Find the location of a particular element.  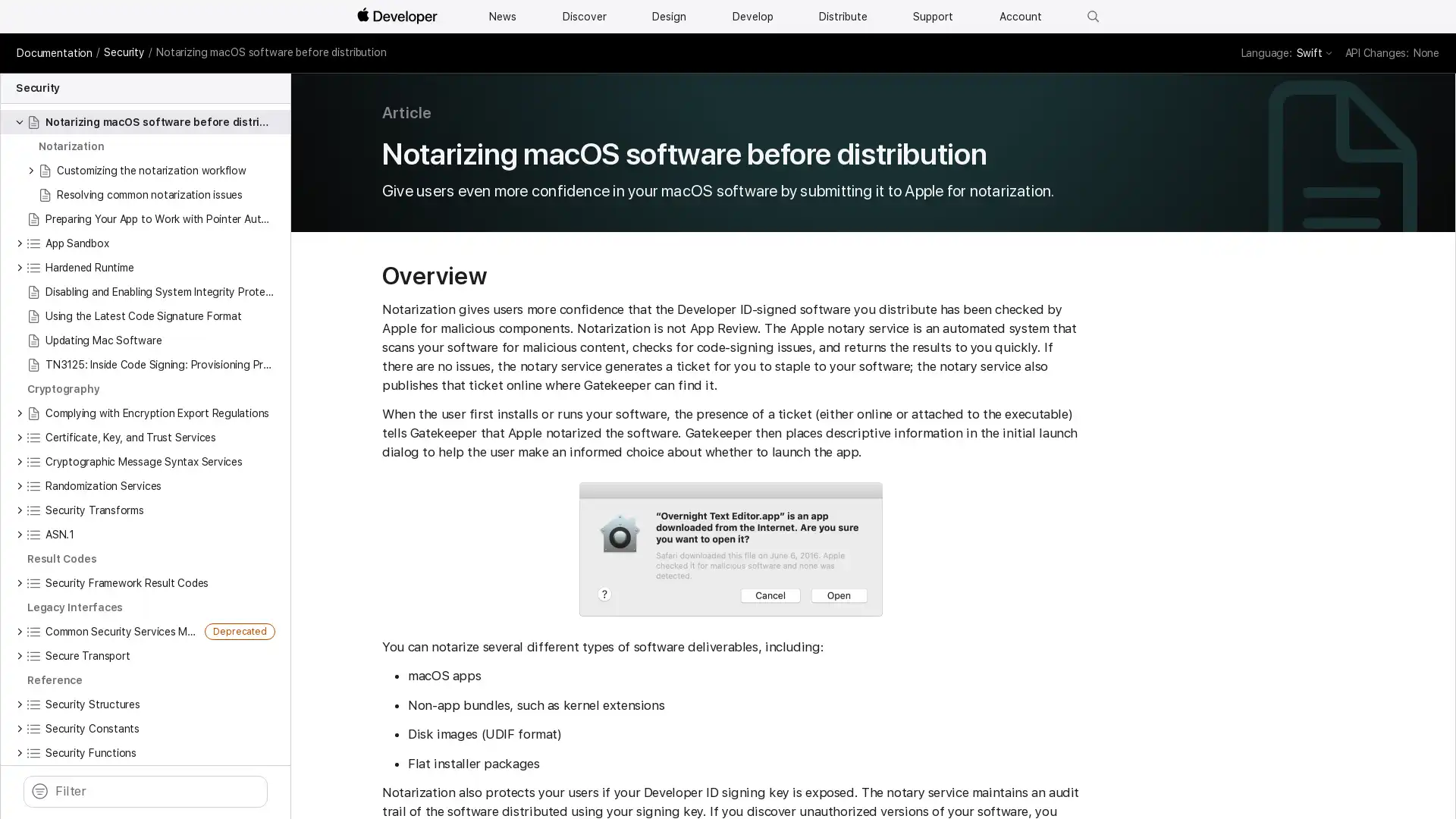

Secure Transport is located at coordinates (17, 664).